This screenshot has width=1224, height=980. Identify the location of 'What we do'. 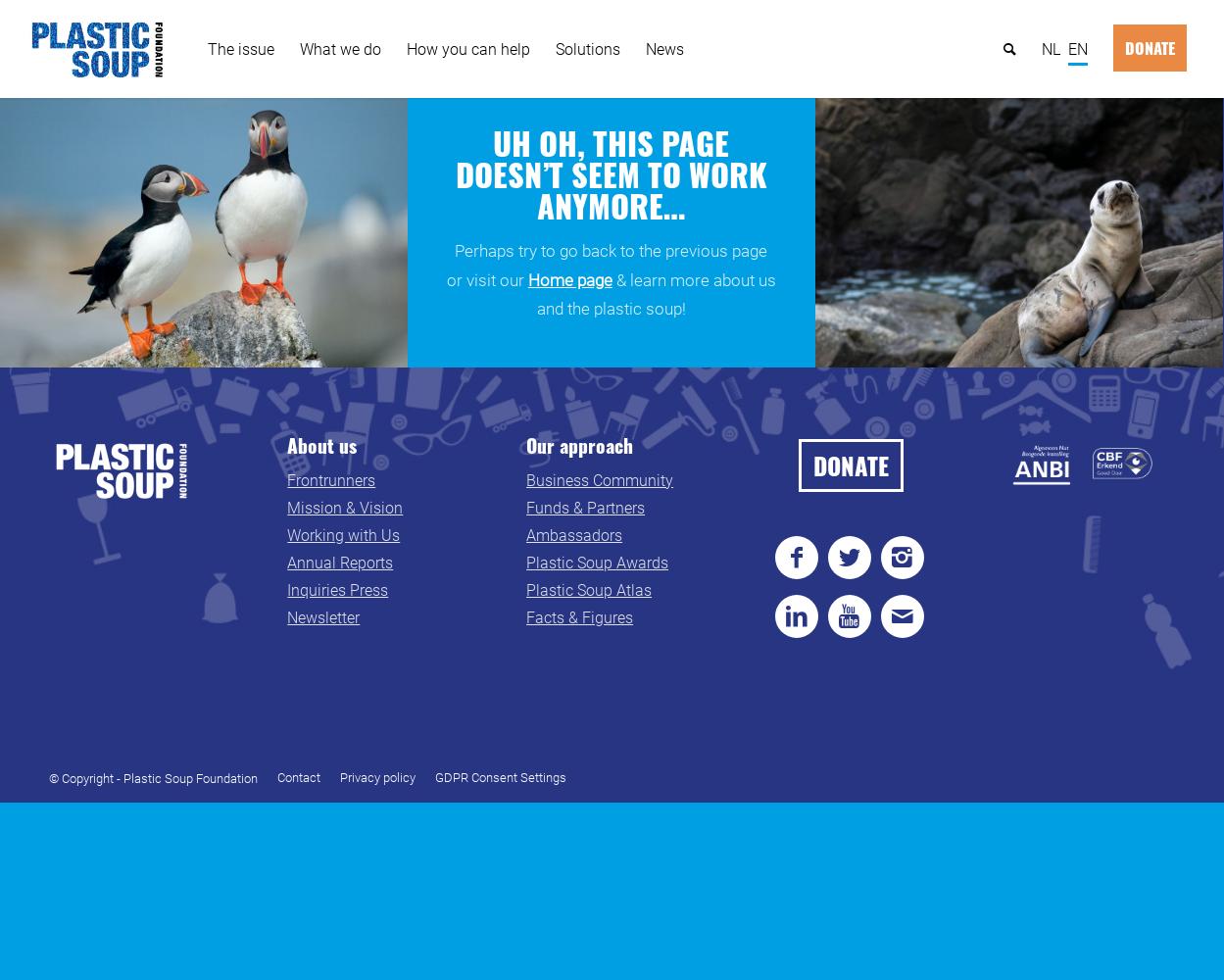
(299, 48).